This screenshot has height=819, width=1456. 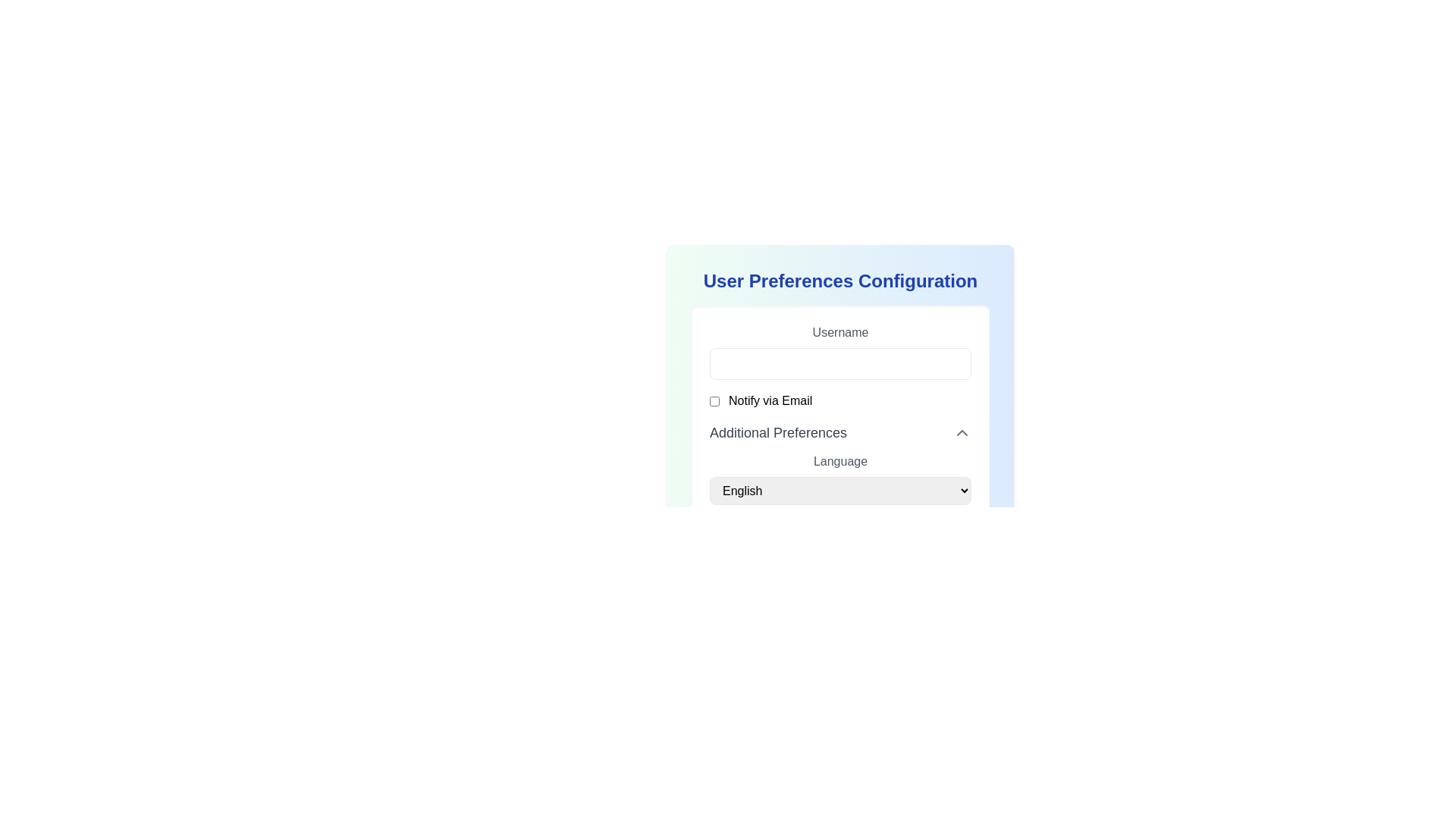 What do you see at coordinates (839, 400) in the screenshot?
I see `the checkbox labeled 'Notify via Email'` at bounding box center [839, 400].